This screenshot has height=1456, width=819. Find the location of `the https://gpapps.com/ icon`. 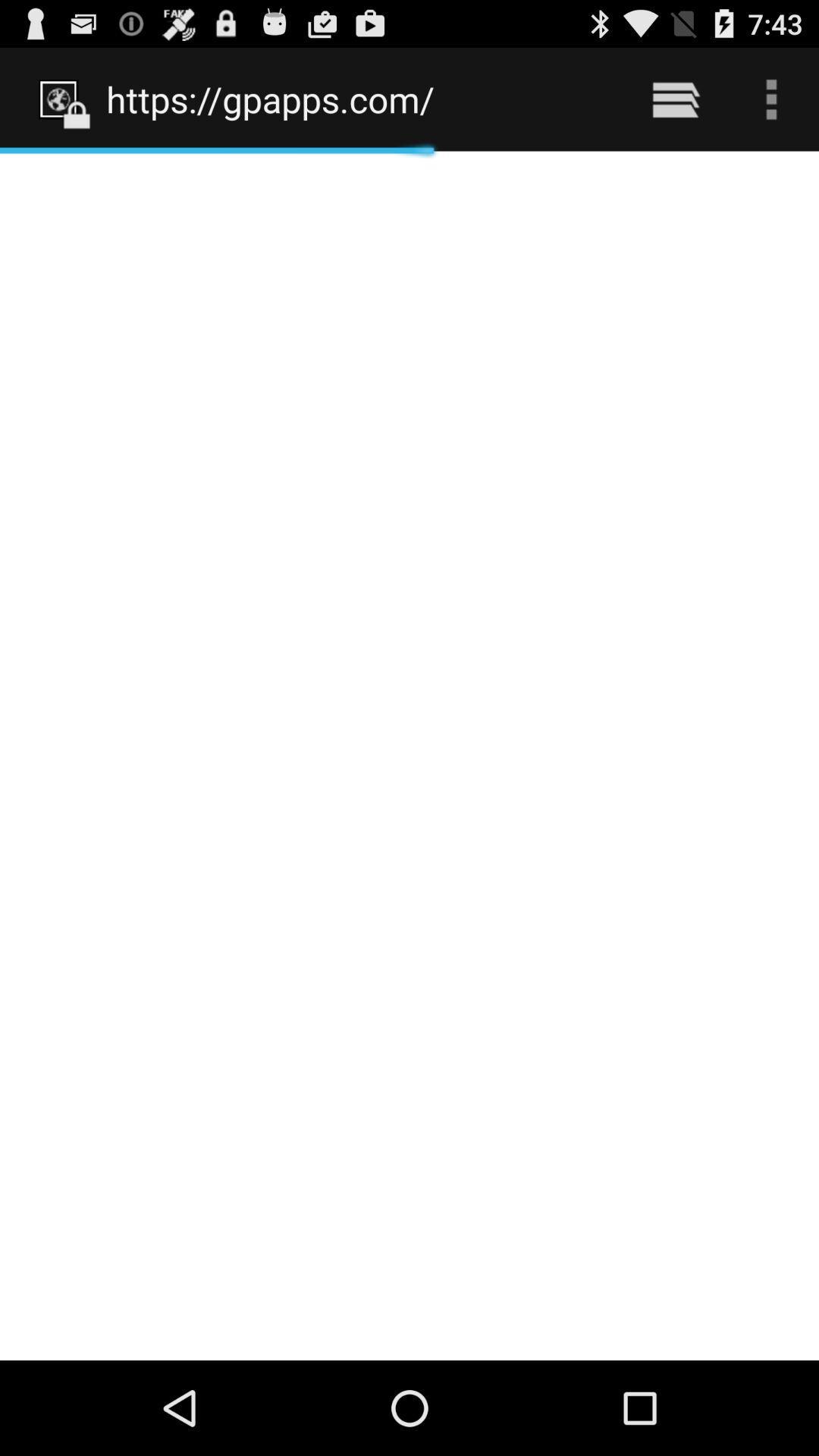

the https://gpapps.com/ icon is located at coordinates (358, 99).